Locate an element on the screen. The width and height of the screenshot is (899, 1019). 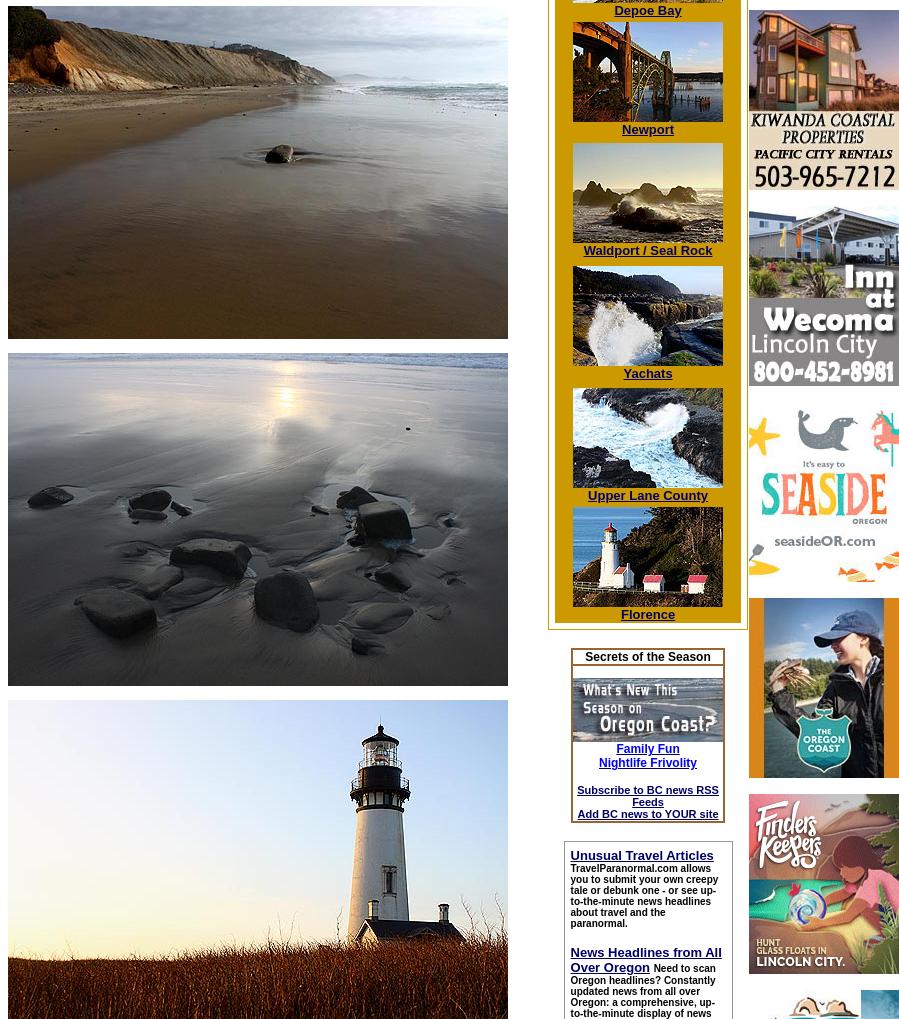
'Depoe Bay' is located at coordinates (646, 8).